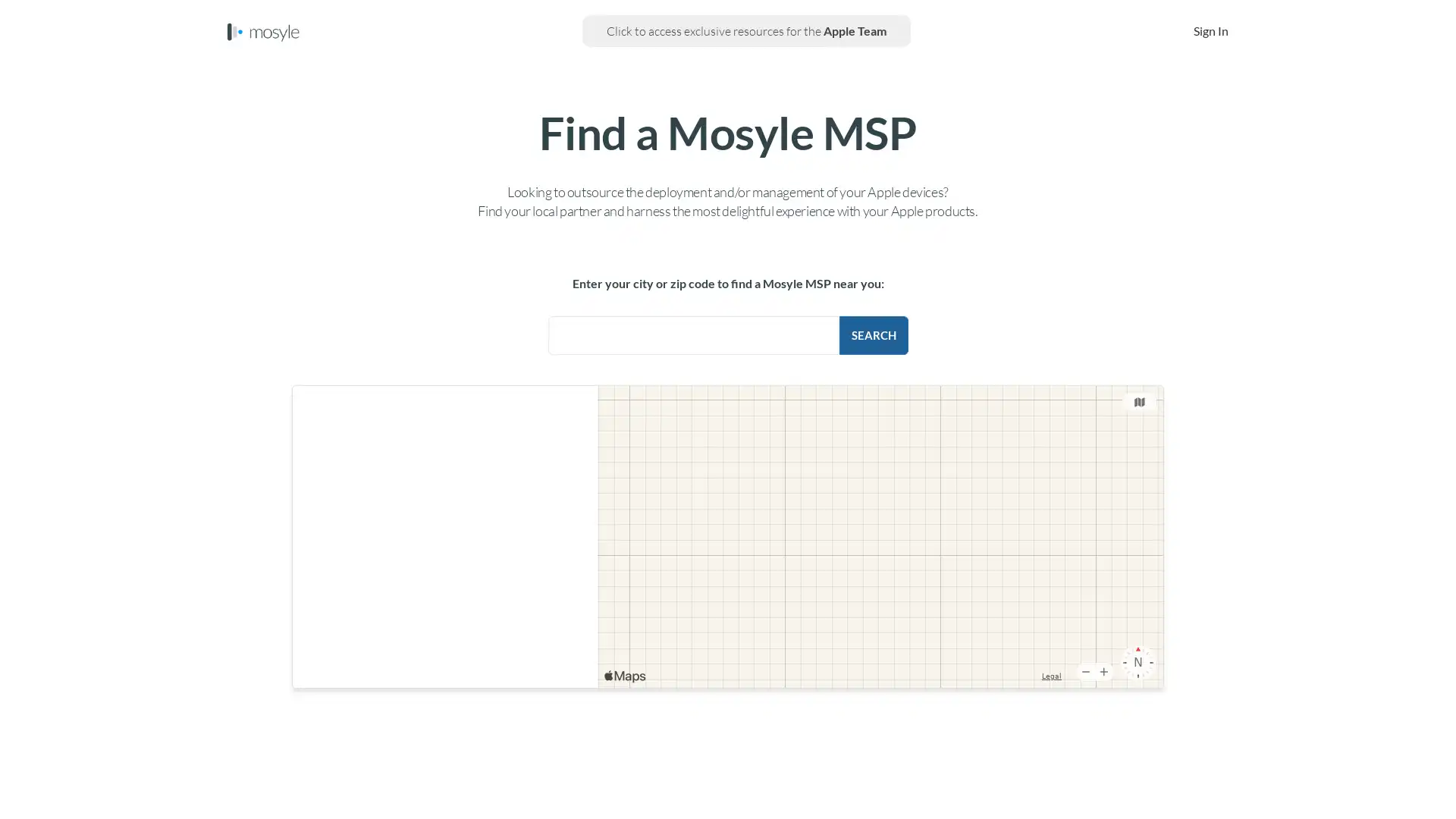  Describe the element at coordinates (1084, 671) in the screenshot. I see `Zoom Out` at that location.